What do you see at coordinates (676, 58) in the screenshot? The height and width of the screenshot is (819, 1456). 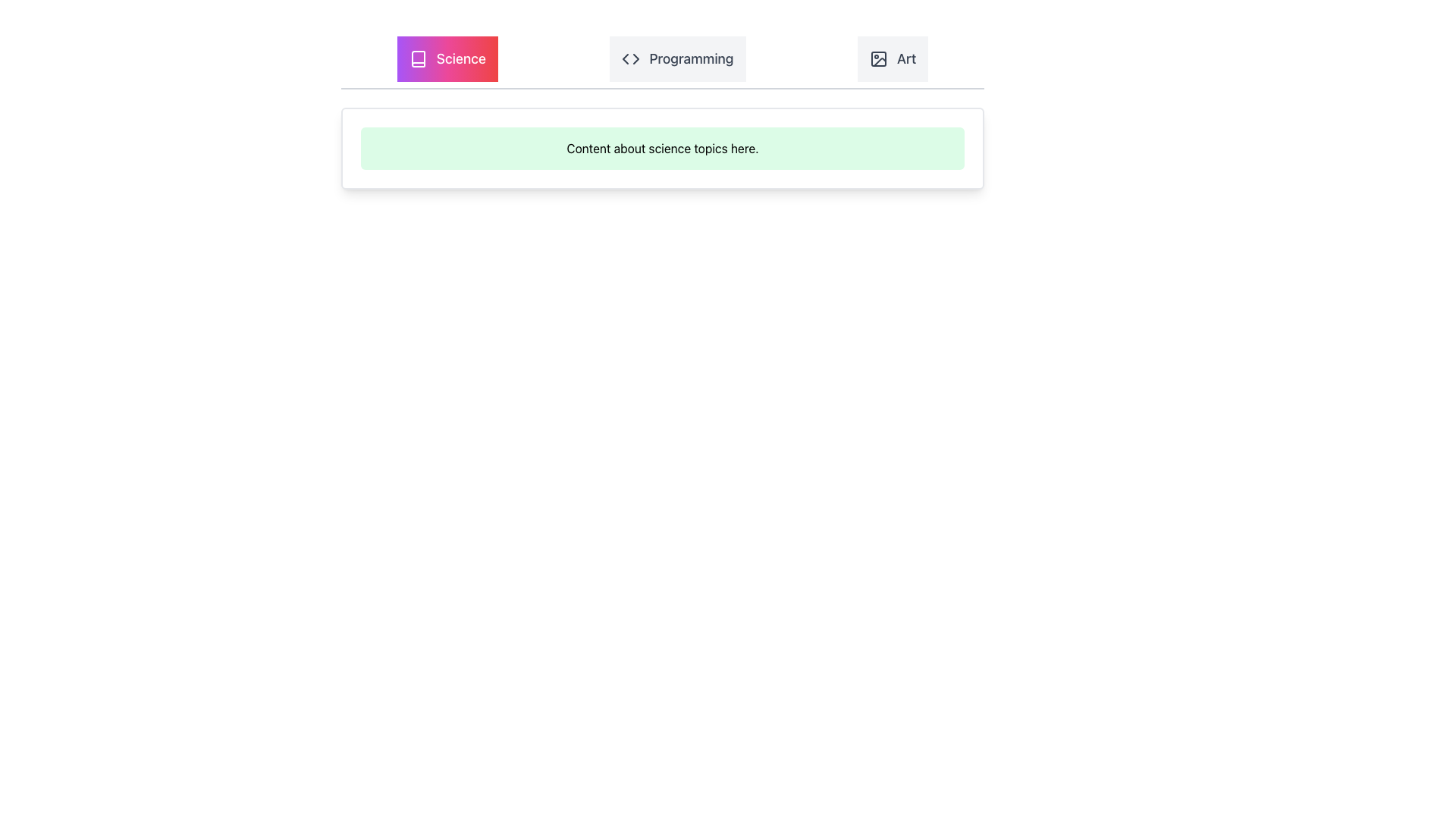 I see `the 'Programming' tab button, which features the text 'Programming' and a coding icon` at bounding box center [676, 58].